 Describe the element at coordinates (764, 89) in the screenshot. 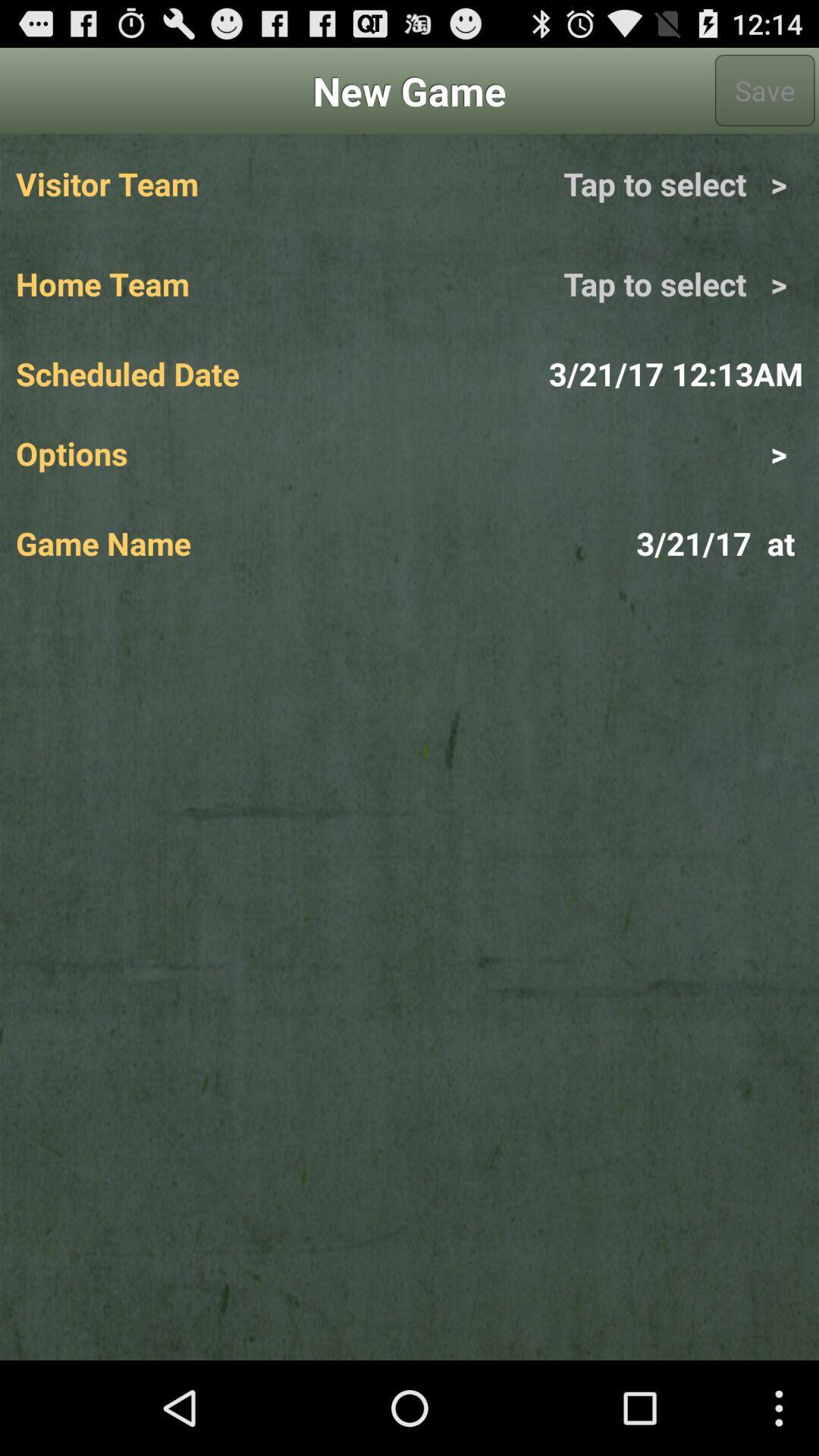

I see `the app to the right of new game app` at that location.